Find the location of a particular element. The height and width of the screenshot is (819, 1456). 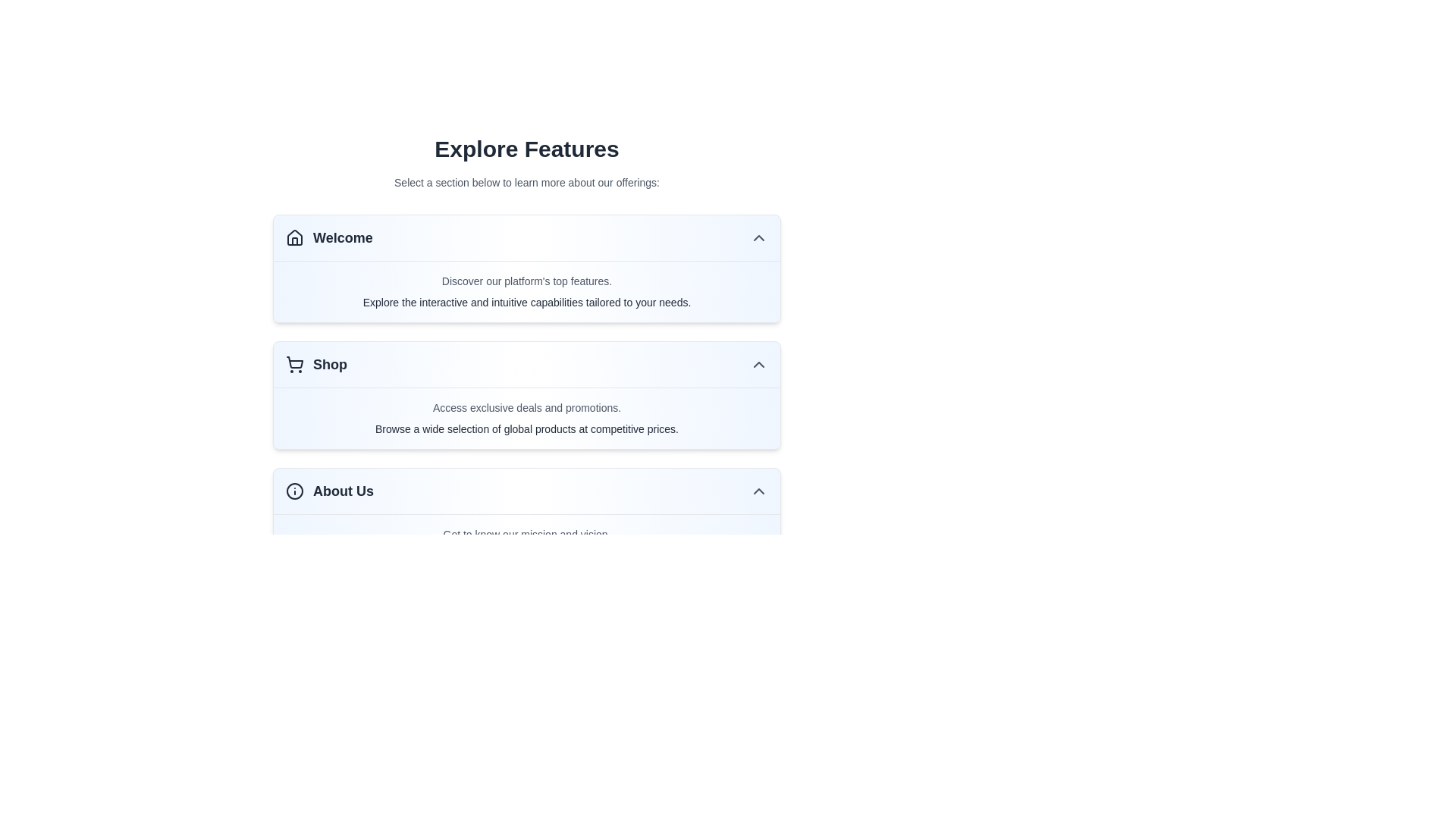

the vector graphic representing the shopping cart icon in the 'Shop' section of the interface is located at coordinates (294, 362).